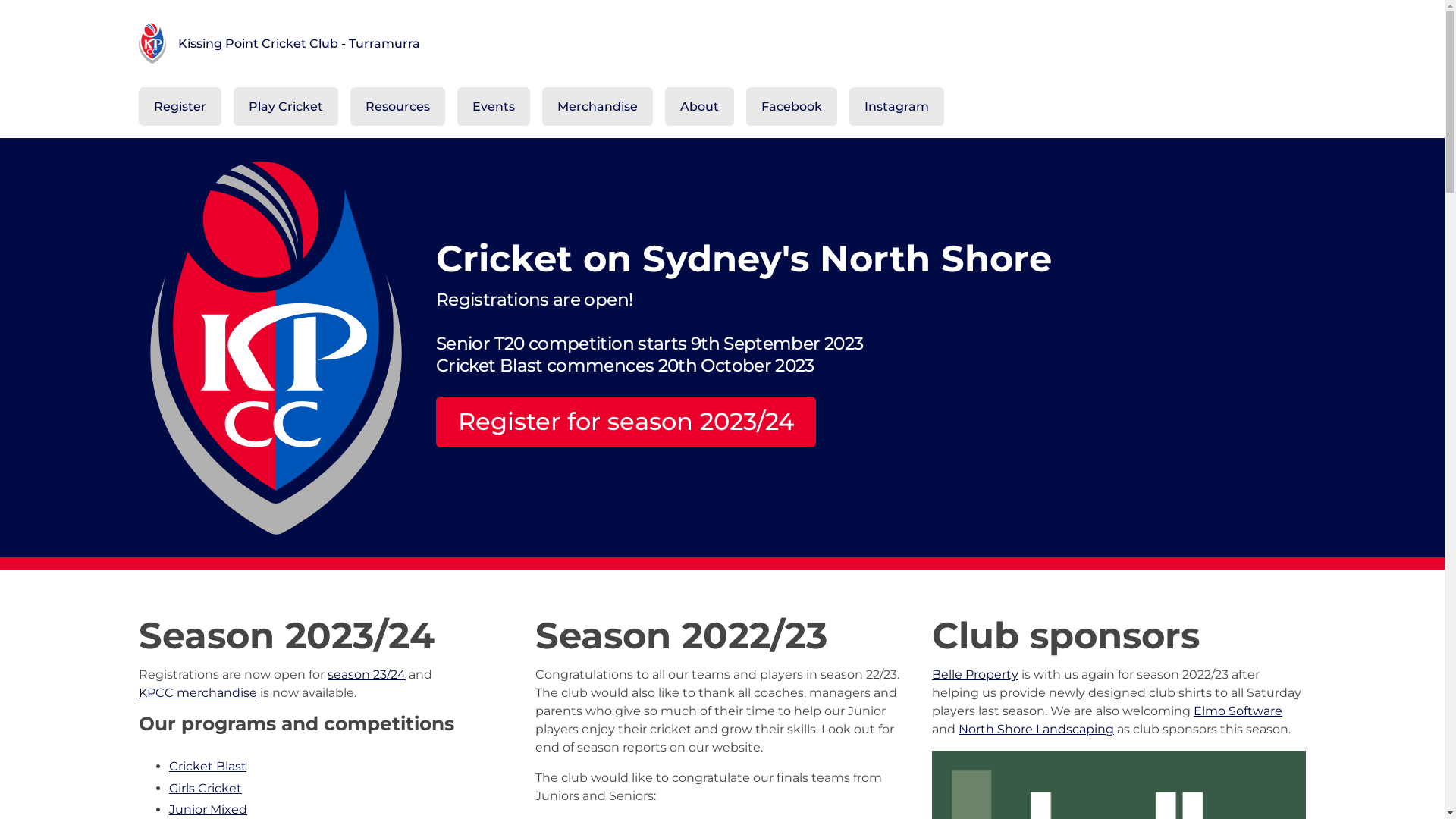 The width and height of the screenshot is (1456, 819). Describe the element at coordinates (196, 692) in the screenshot. I see `'KPCC merchandise'` at that location.